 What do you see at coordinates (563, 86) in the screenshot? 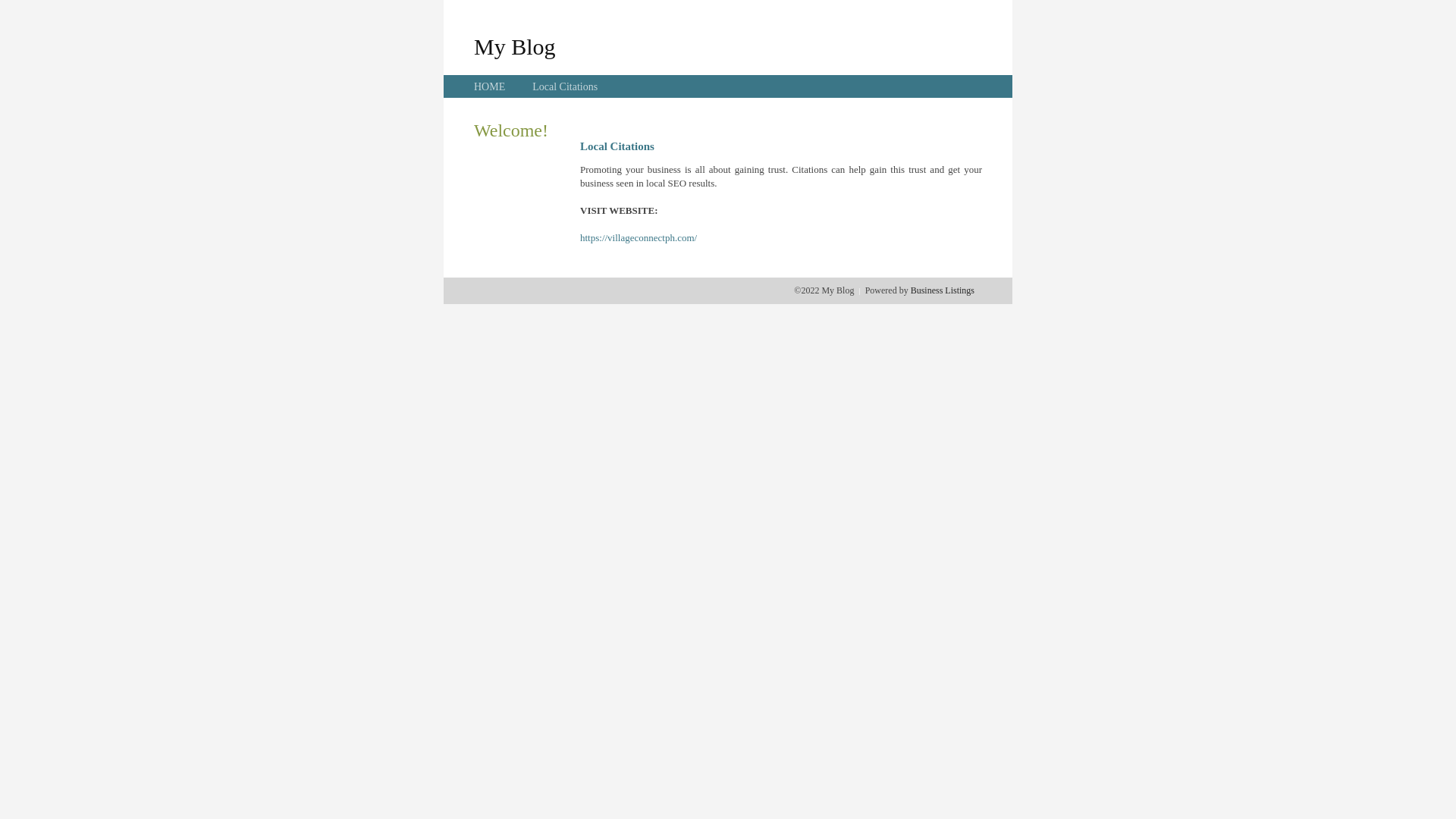
I see `'Local Citations'` at bounding box center [563, 86].